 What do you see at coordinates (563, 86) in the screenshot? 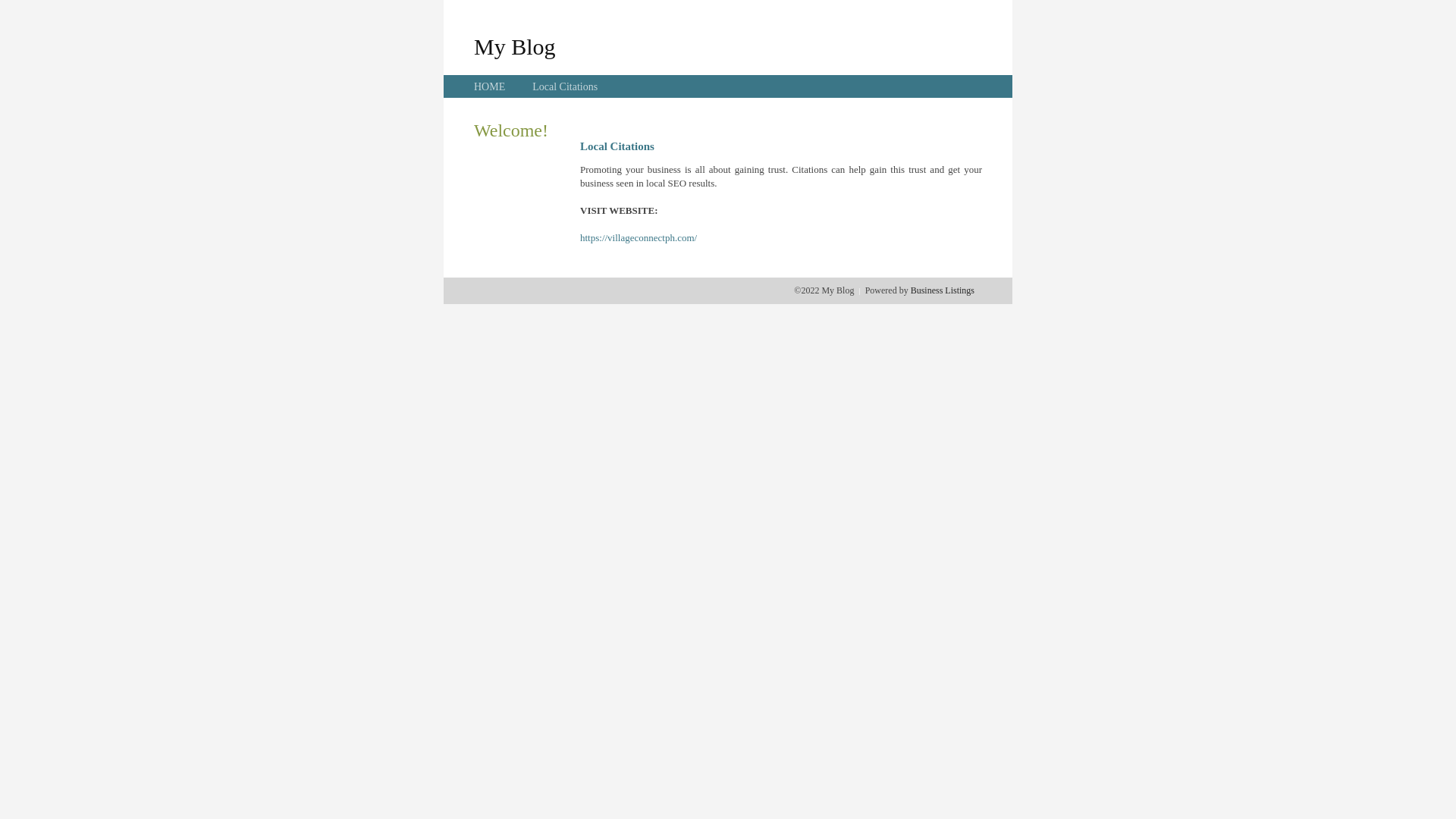
I see `'Local Citations'` at bounding box center [563, 86].